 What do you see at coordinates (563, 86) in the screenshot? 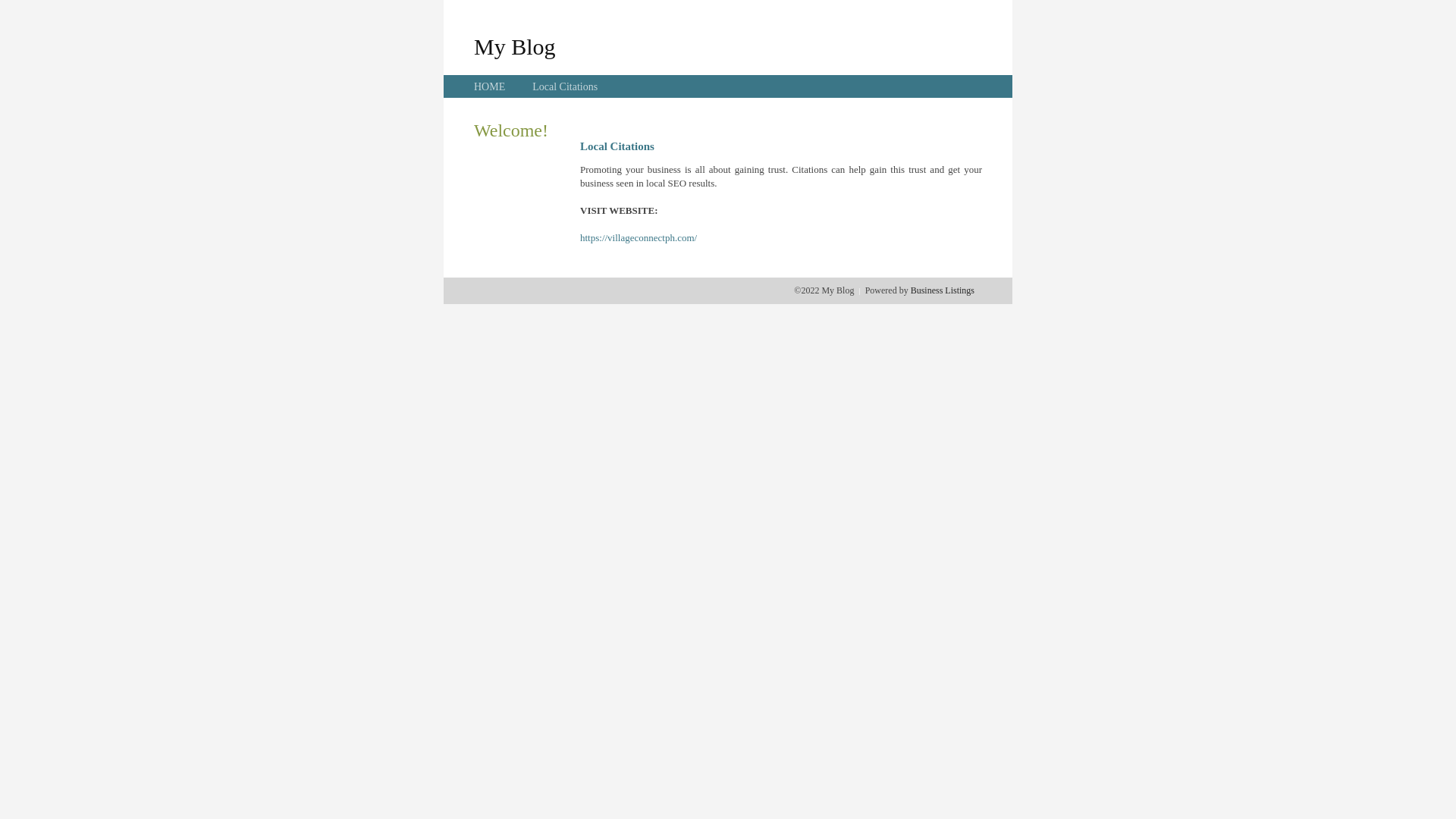
I see `'Local Citations'` at bounding box center [563, 86].